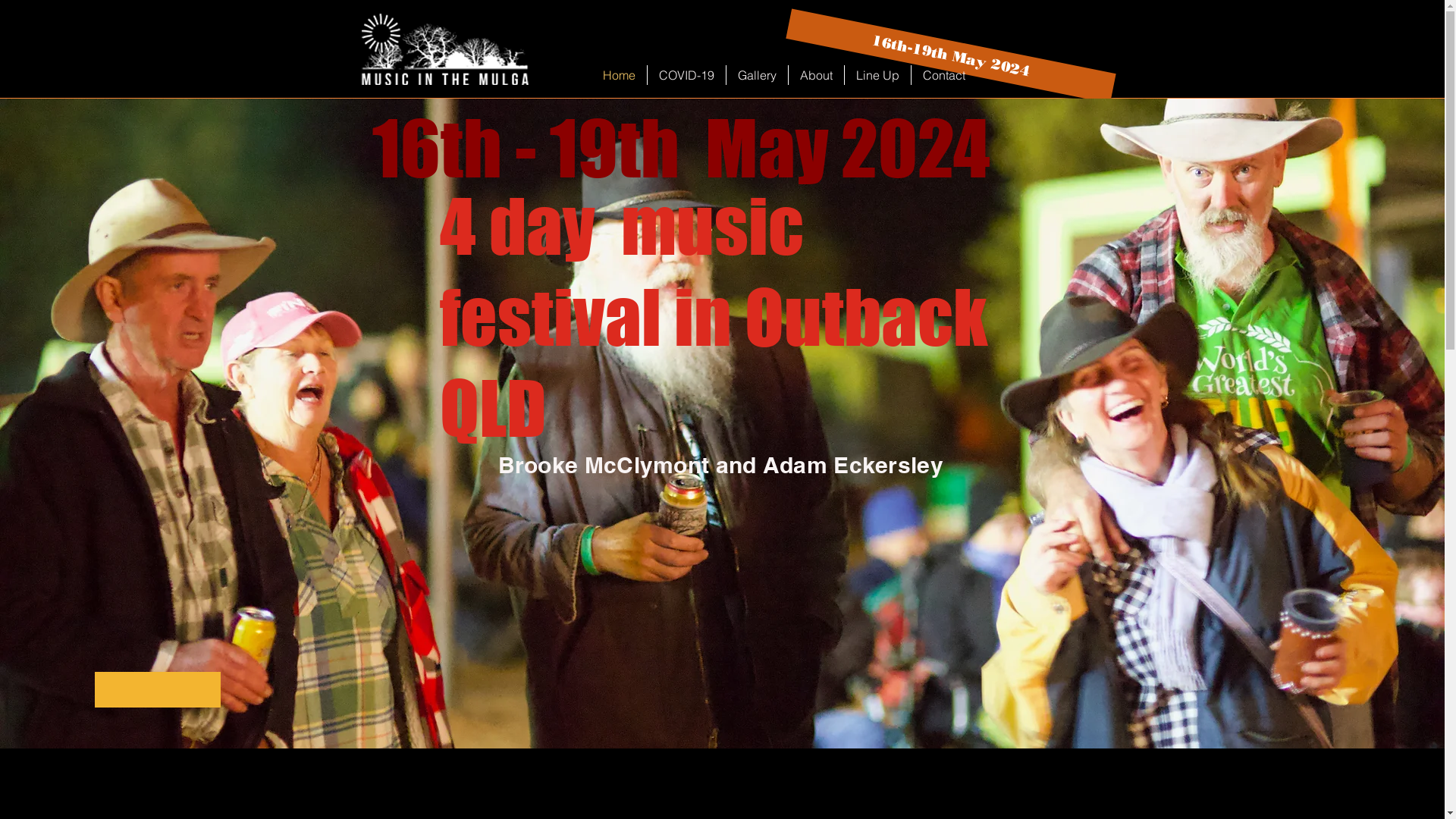 The width and height of the screenshot is (1456, 819). What do you see at coordinates (815, 75) in the screenshot?
I see `'About'` at bounding box center [815, 75].